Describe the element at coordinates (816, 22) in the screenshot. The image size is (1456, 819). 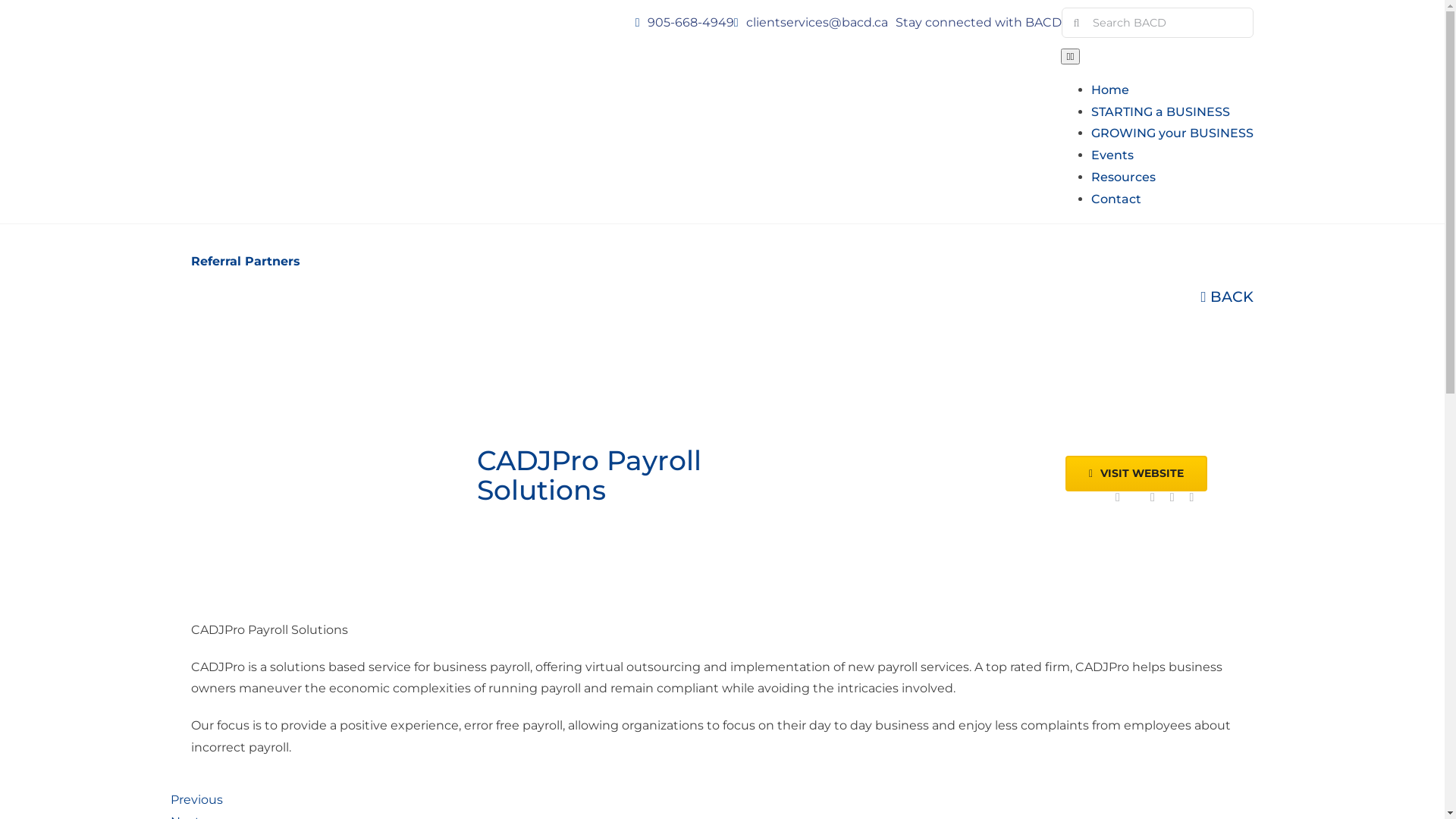
I see `'clientservices@bacd.ca'` at that location.